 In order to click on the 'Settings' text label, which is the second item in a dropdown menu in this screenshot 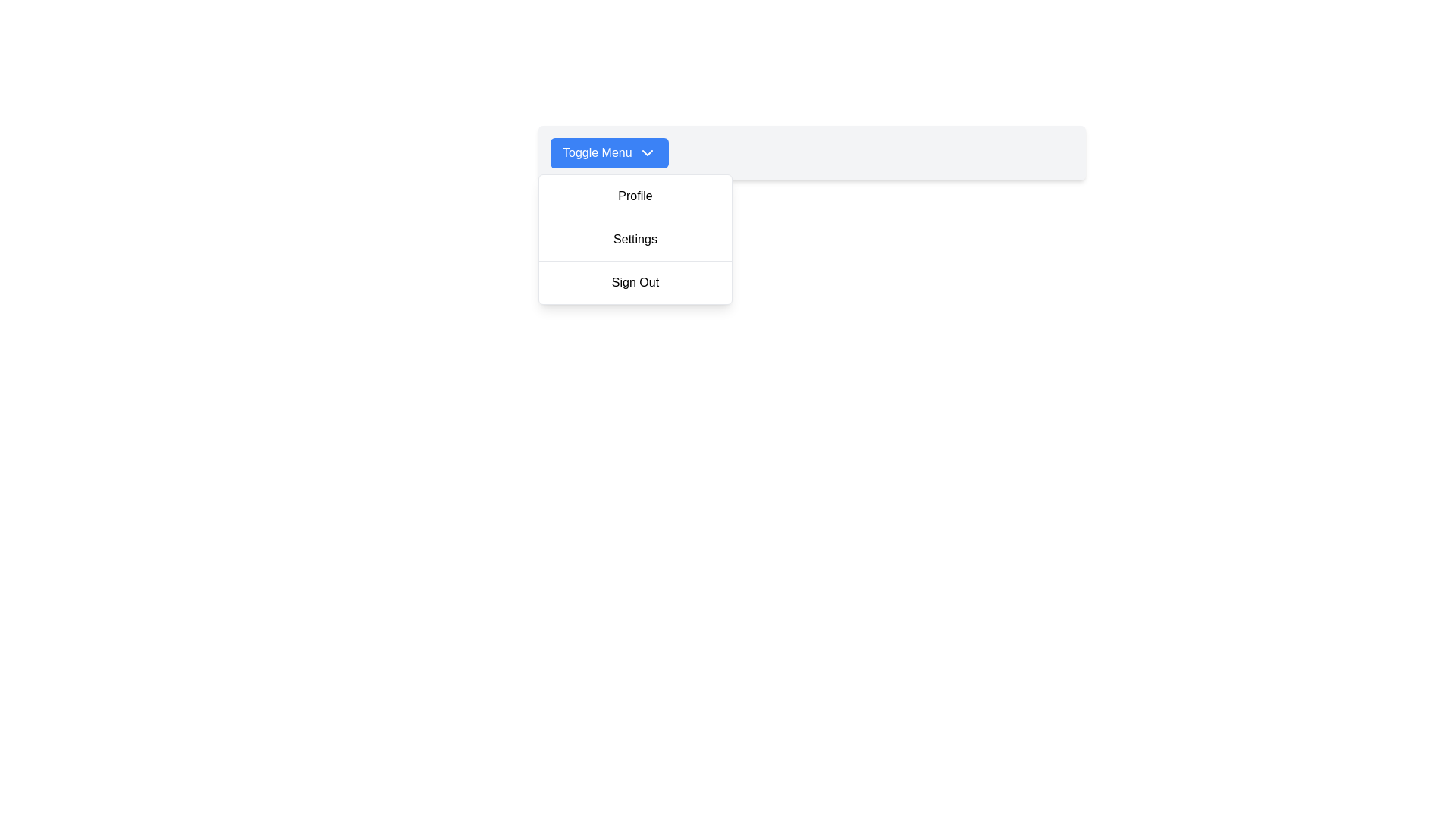, I will do `click(635, 239)`.